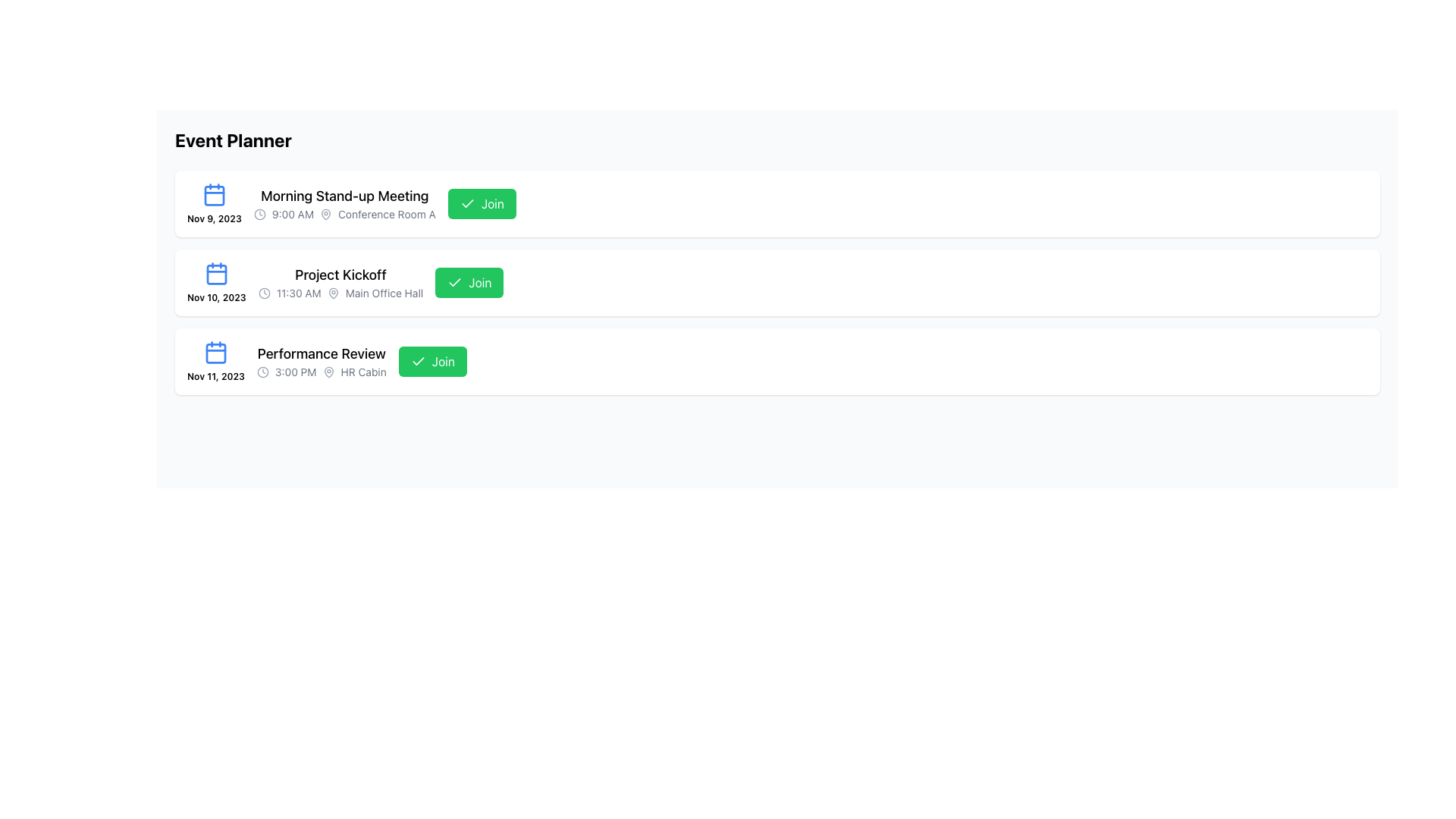 The width and height of the screenshot is (1456, 819). Describe the element at coordinates (321, 353) in the screenshot. I see `the informational text label displaying the title or name of the event scheduled for November 11, 2023, which is located above the time and location details` at that location.